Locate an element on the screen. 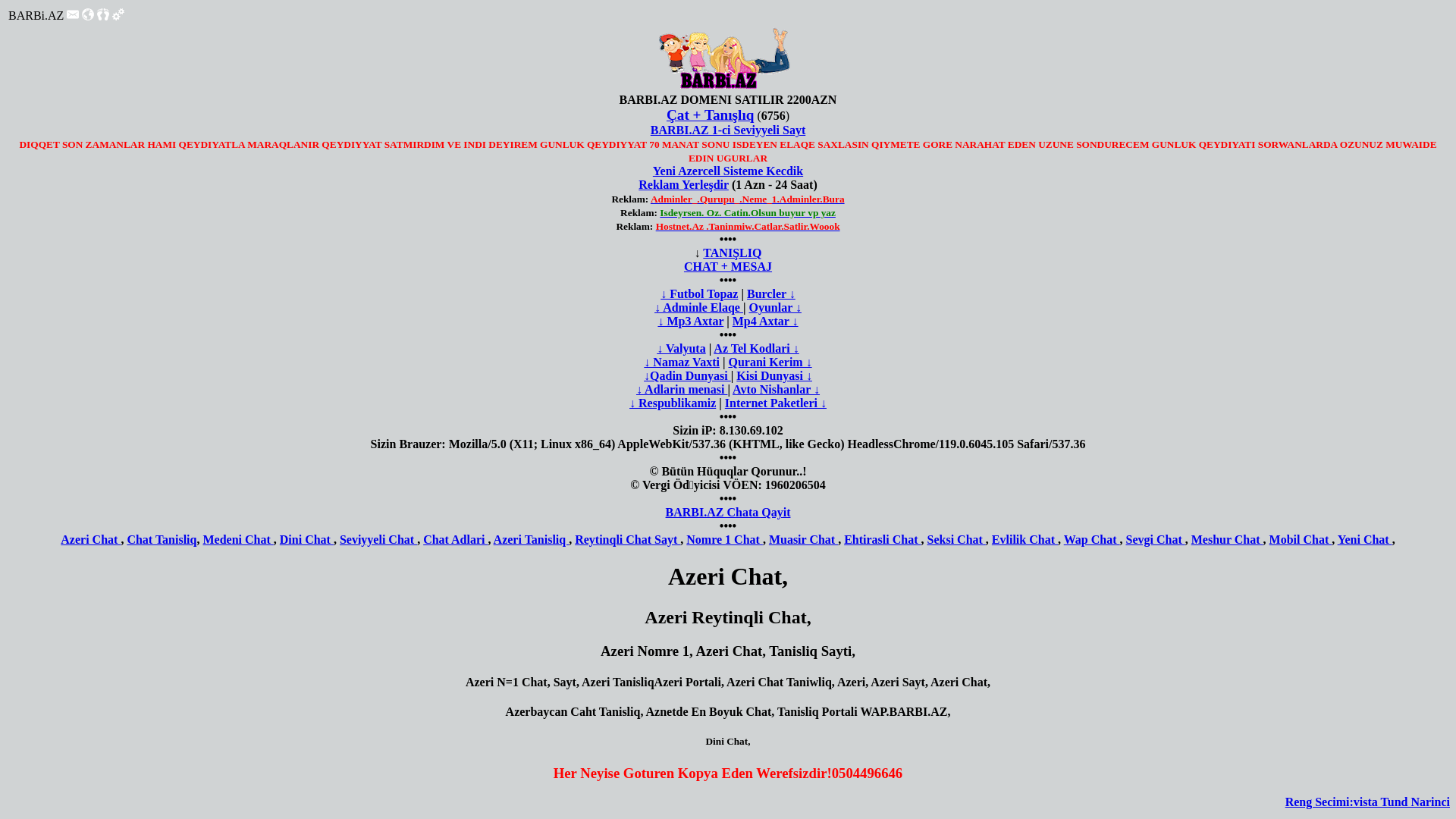 The width and height of the screenshot is (1456, 819). 'Hostnet.Az .Taninmiw.Catlar.Satlir.Woook' is located at coordinates (655, 226).